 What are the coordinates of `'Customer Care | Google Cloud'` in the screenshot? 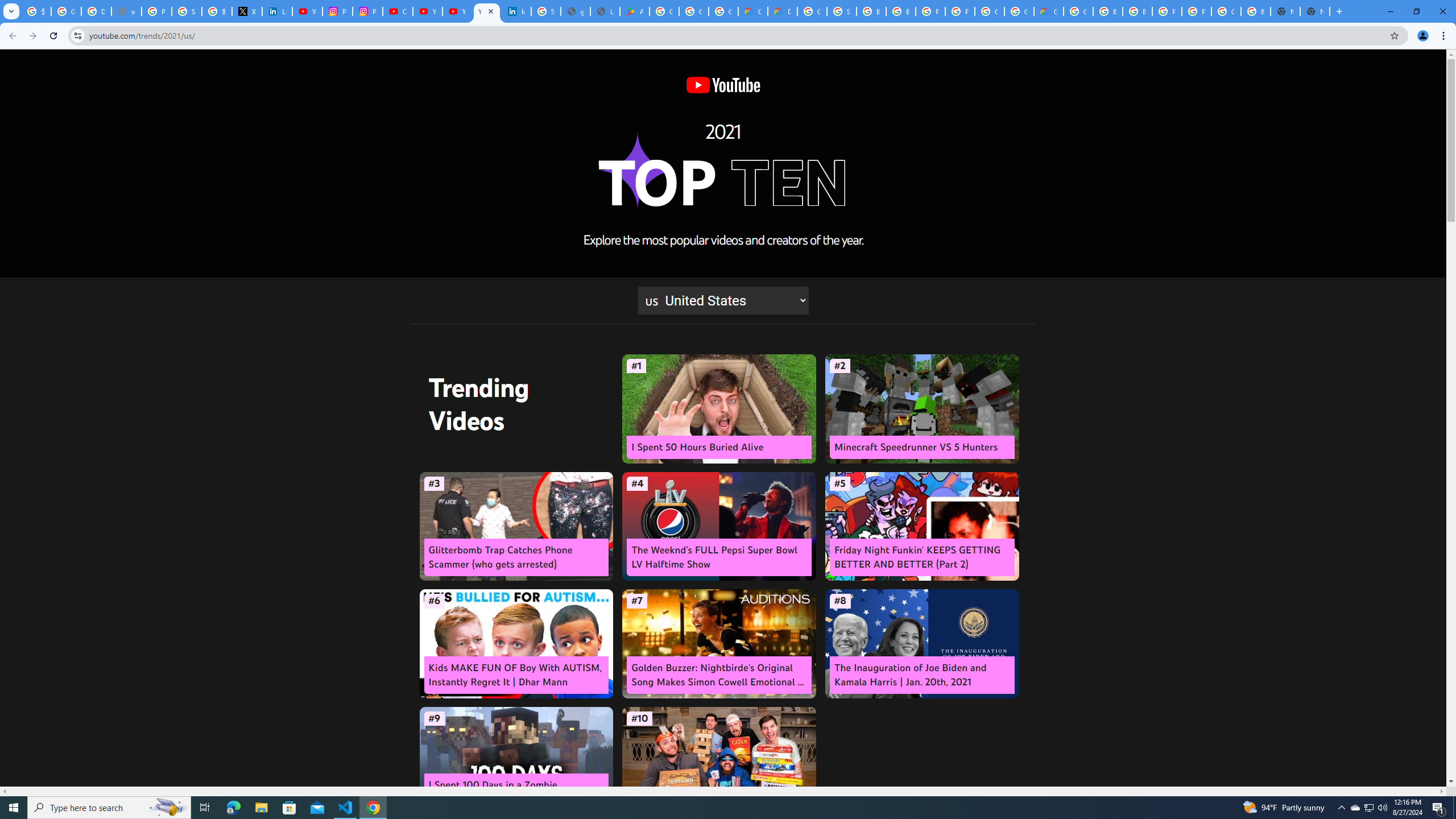 It's located at (753, 11).